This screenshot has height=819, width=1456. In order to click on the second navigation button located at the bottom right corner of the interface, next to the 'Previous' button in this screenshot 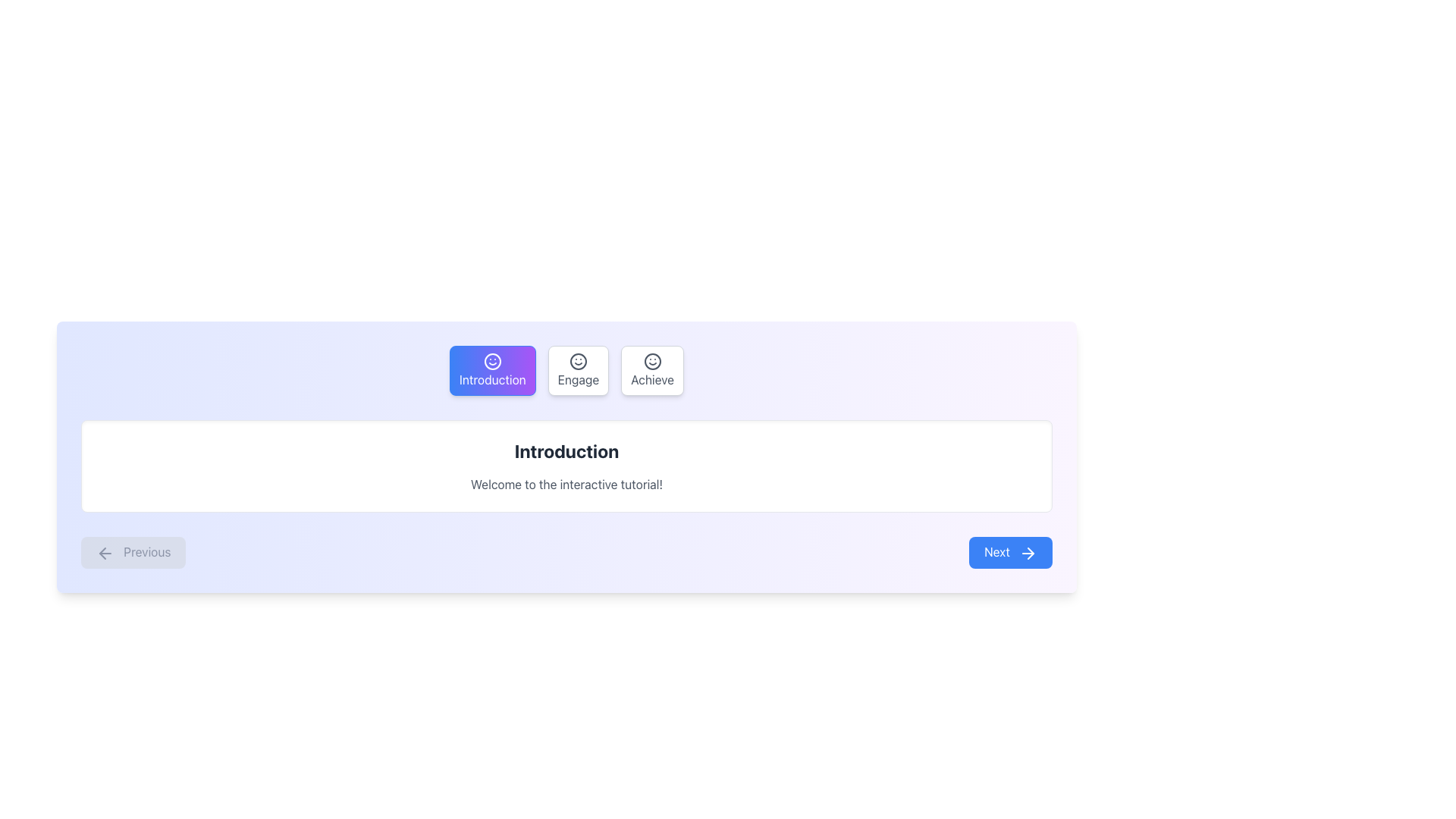, I will do `click(1011, 552)`.